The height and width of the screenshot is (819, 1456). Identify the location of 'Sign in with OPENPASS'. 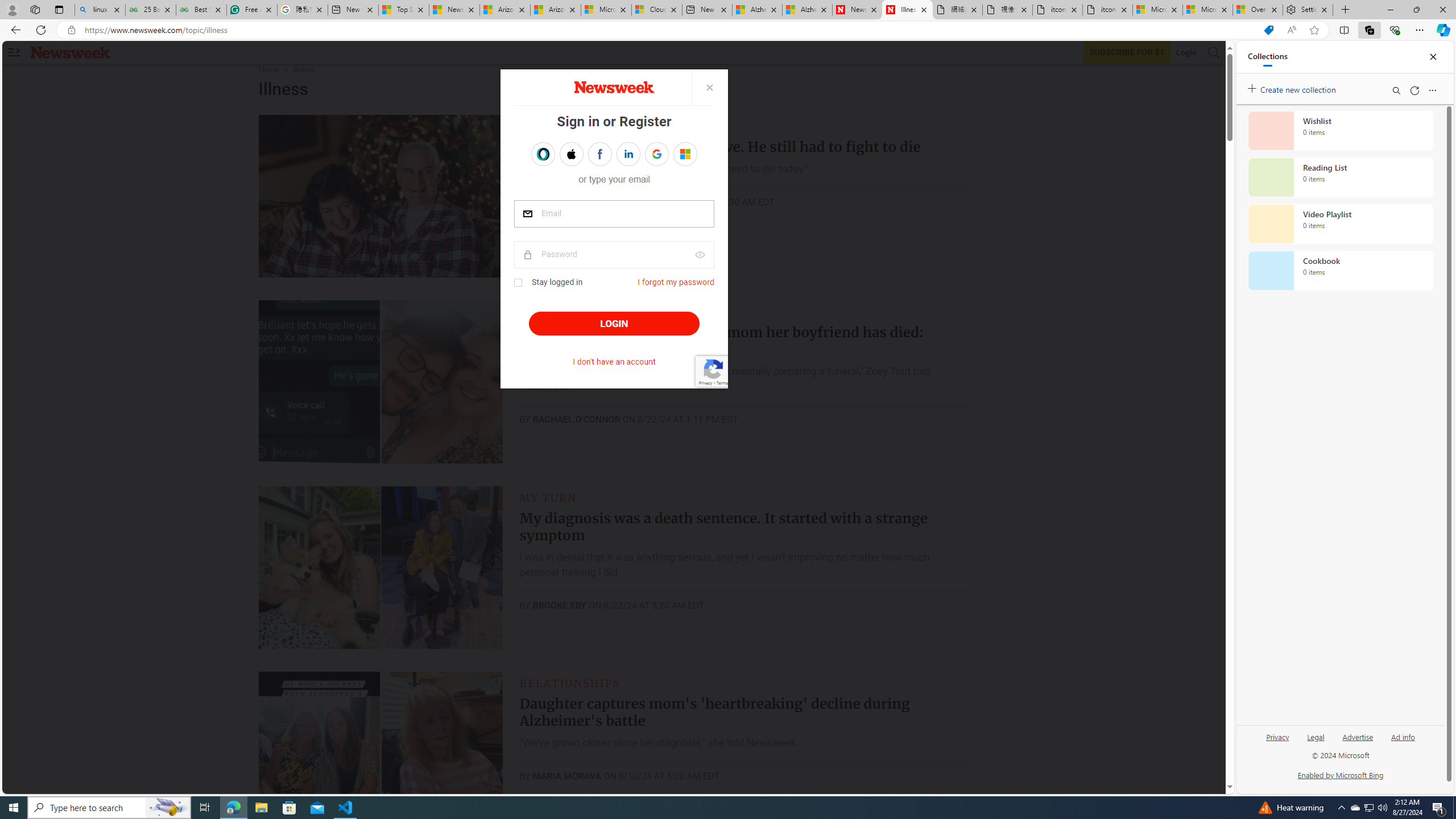
(542, 154).